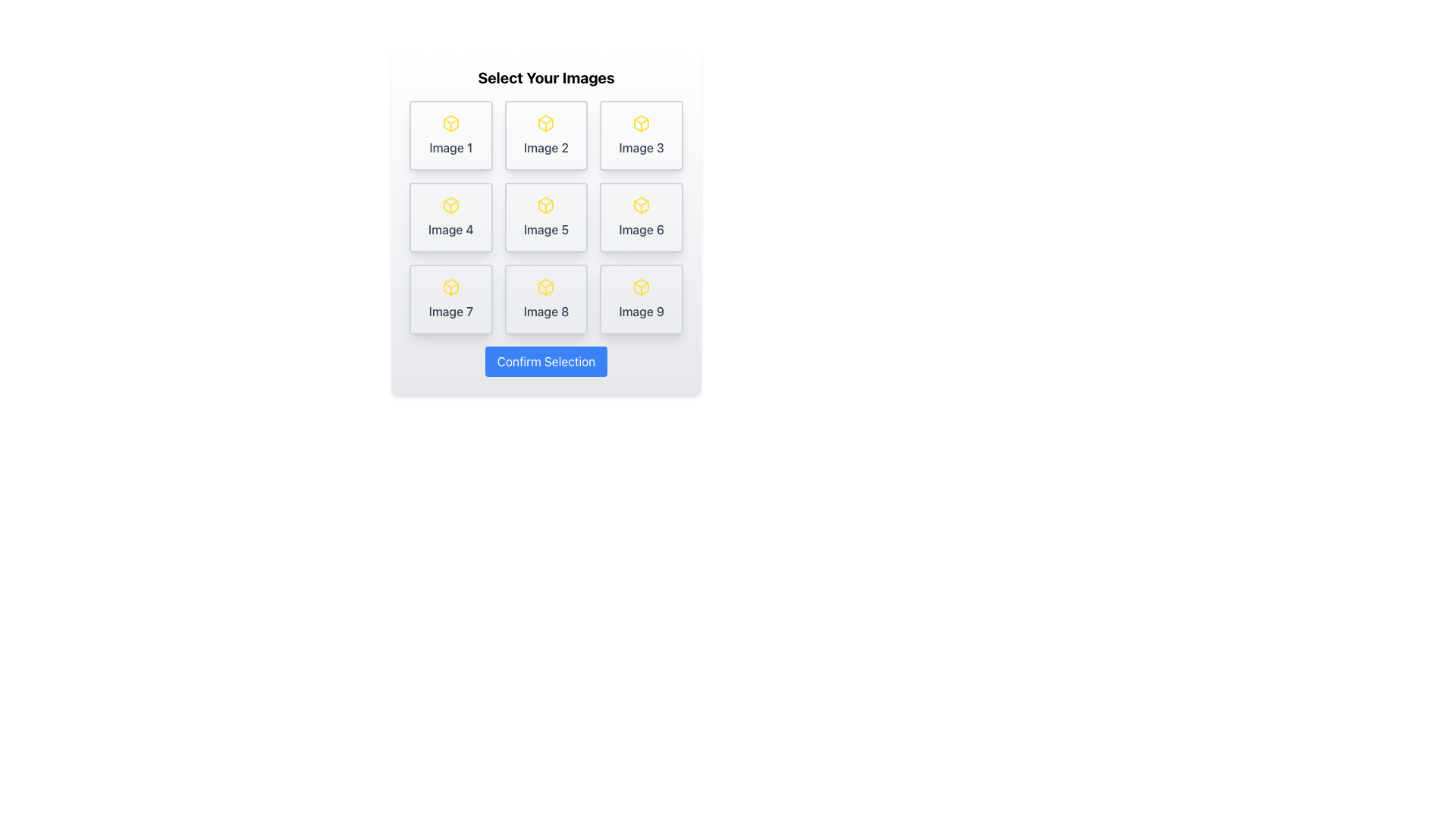  I want to click on text from the Text Label displaying 'Image 5' located in the second row and second column of a 3x3 grid, below an icon of a yellow 3D box, so click(546, 230).